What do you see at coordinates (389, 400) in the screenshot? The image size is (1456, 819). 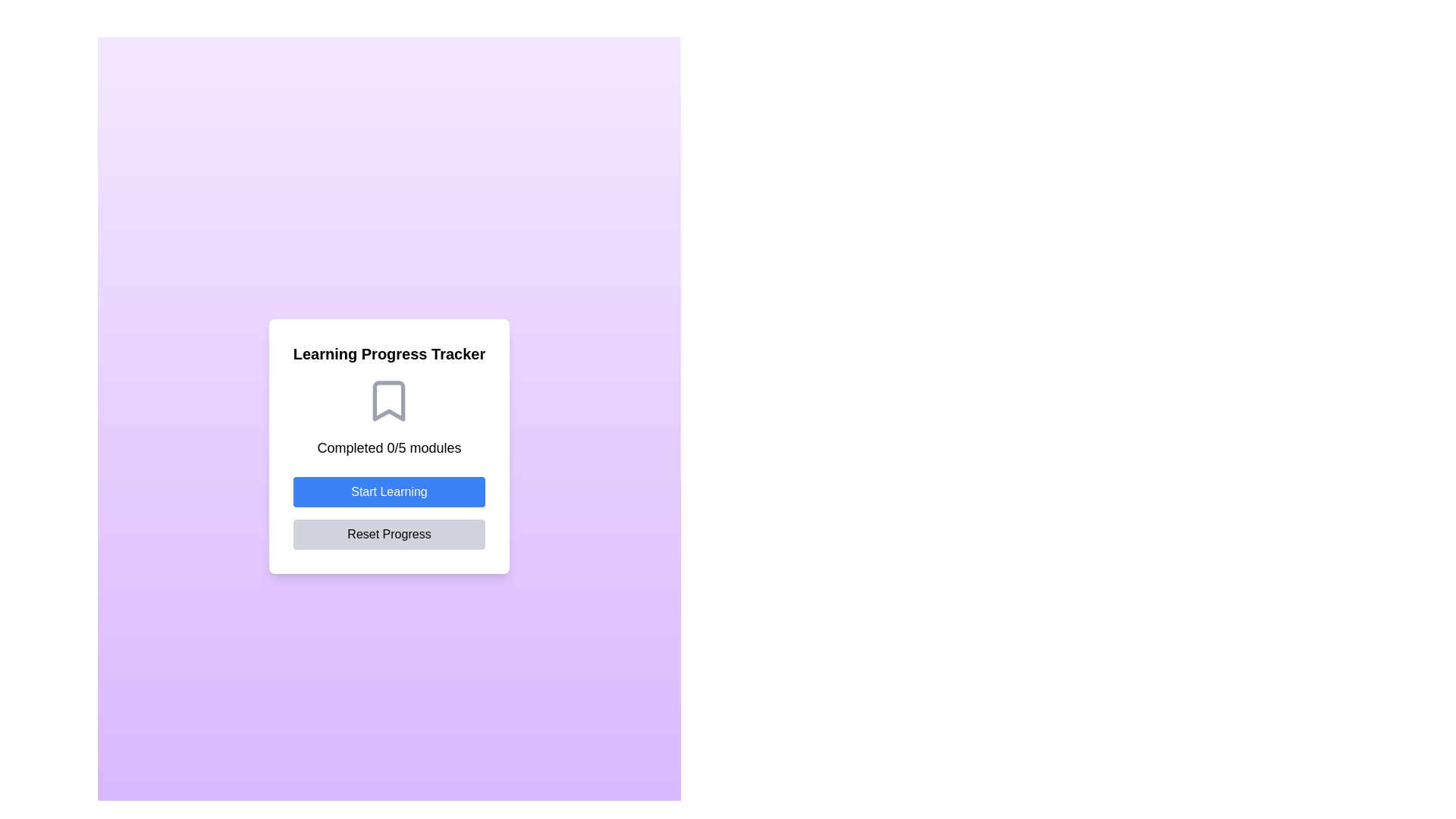 I see `the Informational Display, which is the first visual section in the card located above the 'Start Learning' and 'Reset Progress' buttons` at bounding box center [389, 400].